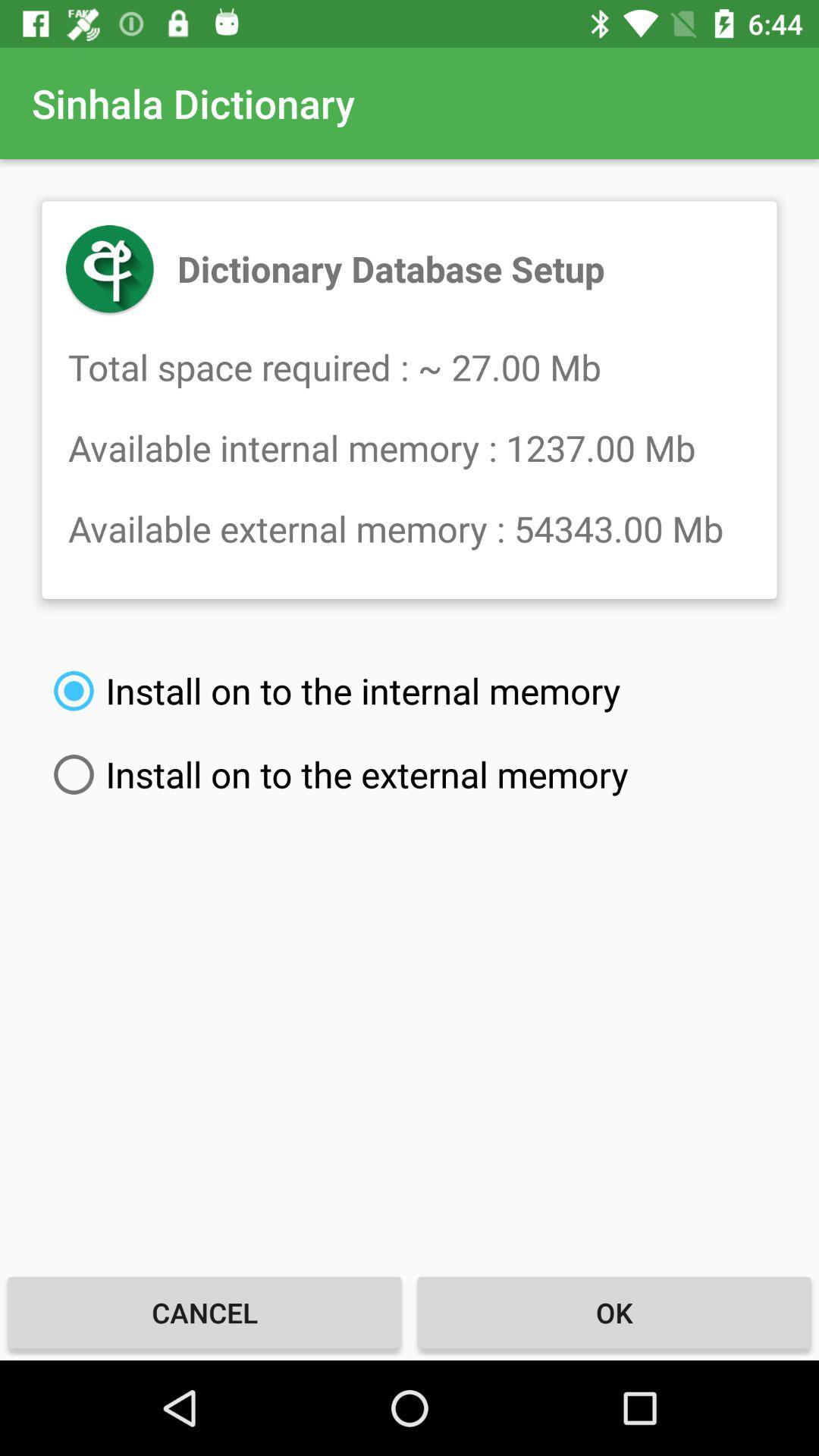  I want to click on the cancel at the bottom left corner, so click(205, 1312).